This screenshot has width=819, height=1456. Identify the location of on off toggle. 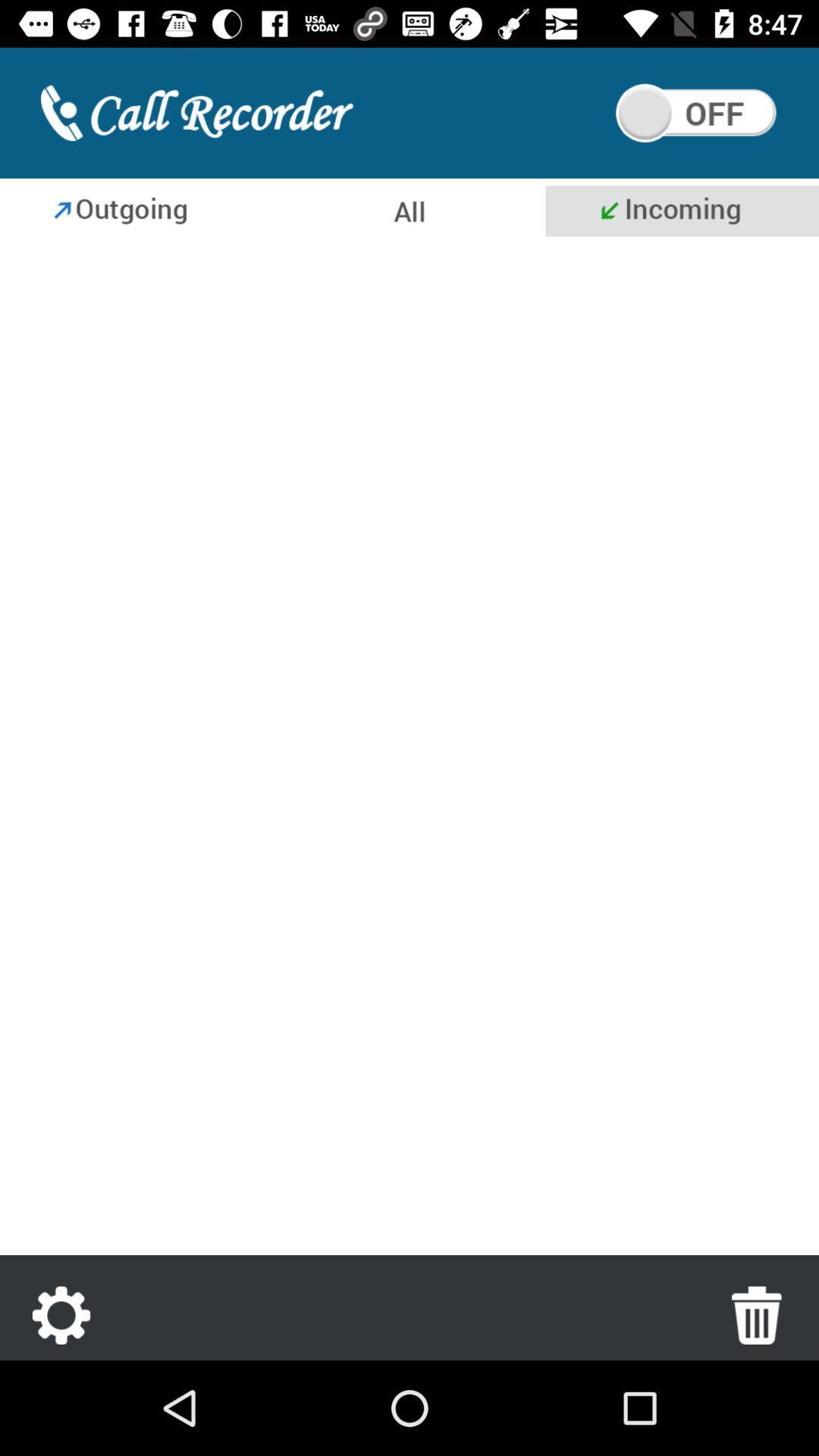
(696, 112).